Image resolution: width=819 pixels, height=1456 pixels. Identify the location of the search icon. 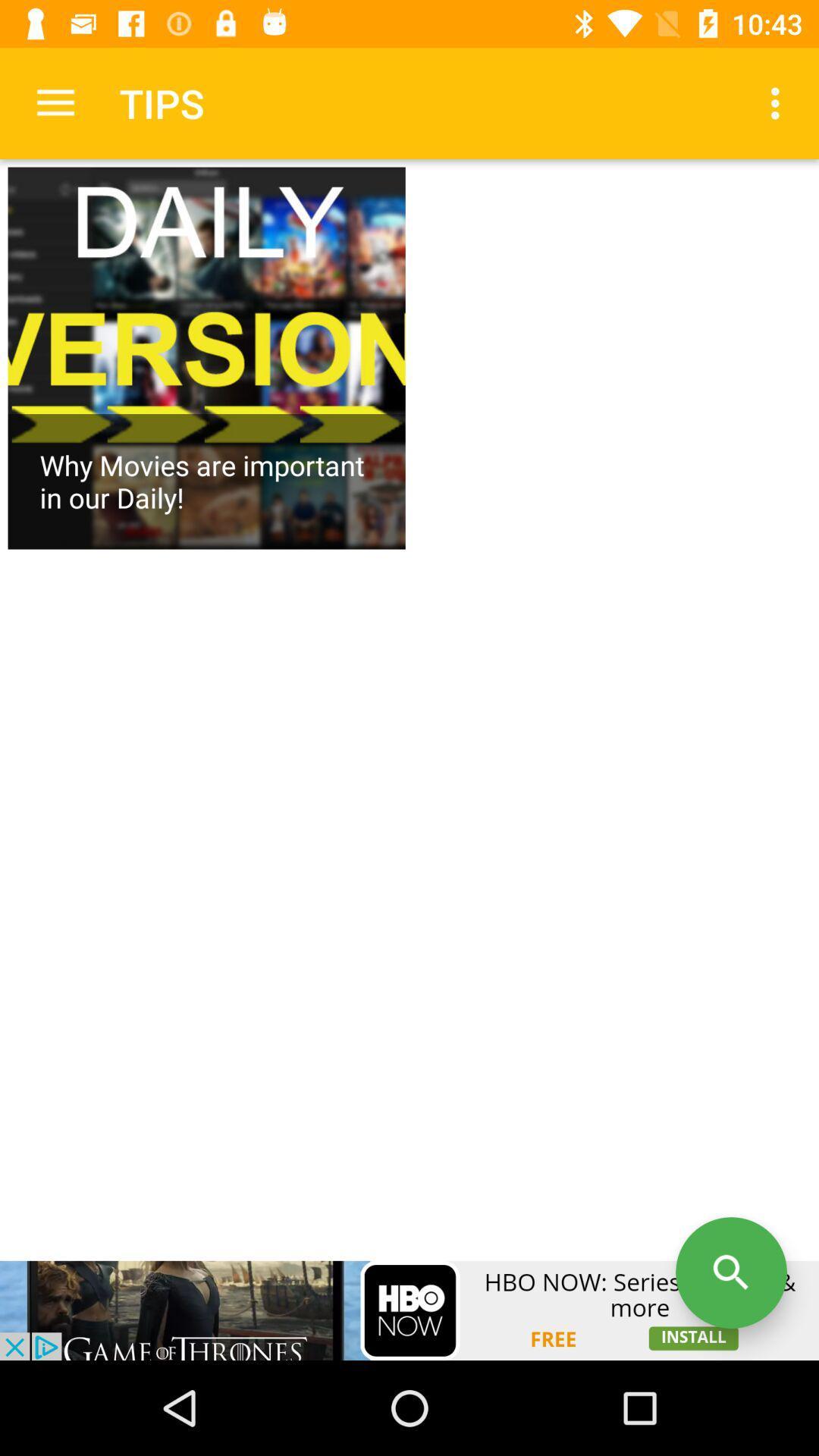
(730, 1272).